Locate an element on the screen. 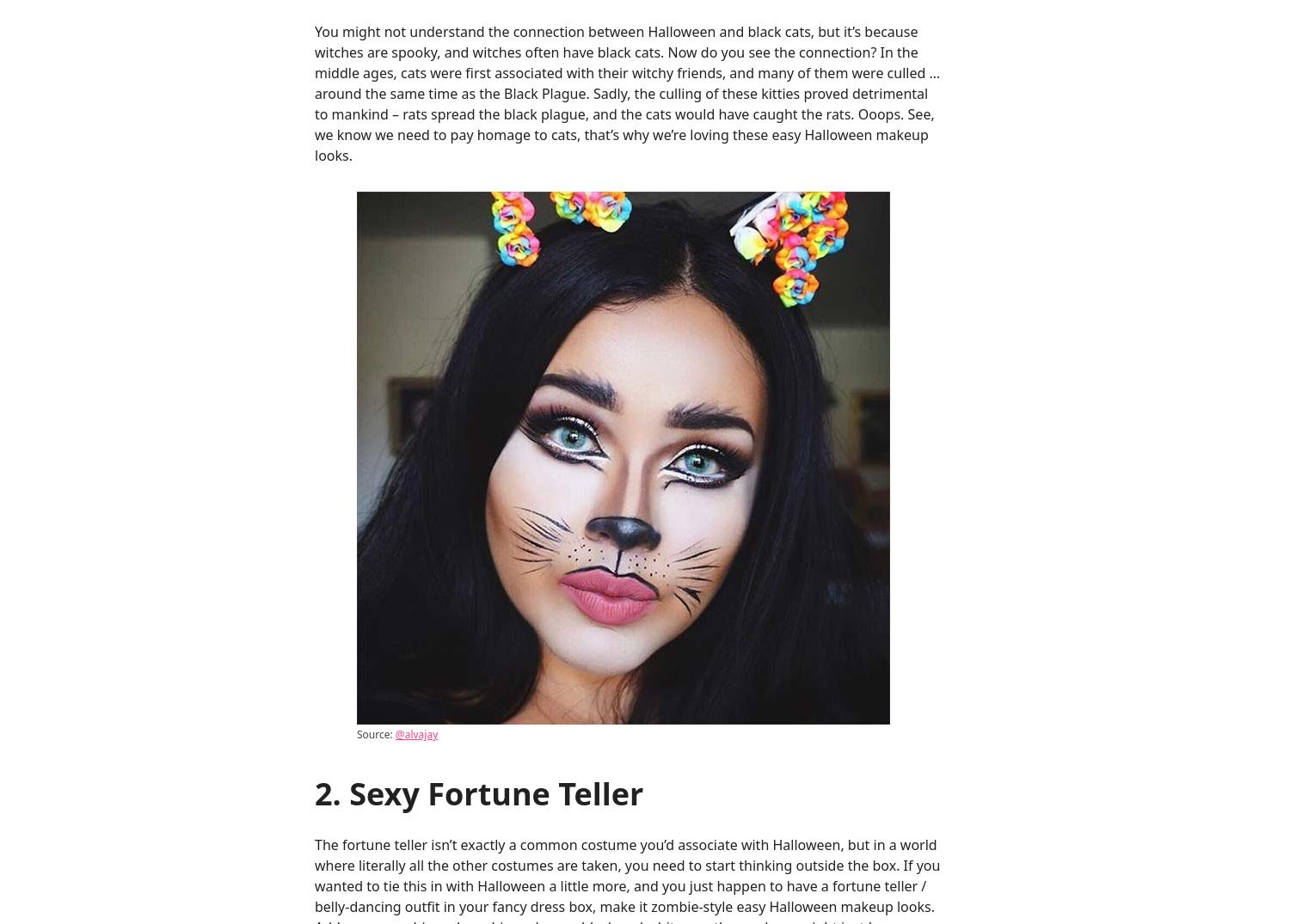  'Name' is located at coordinates (334, 548).